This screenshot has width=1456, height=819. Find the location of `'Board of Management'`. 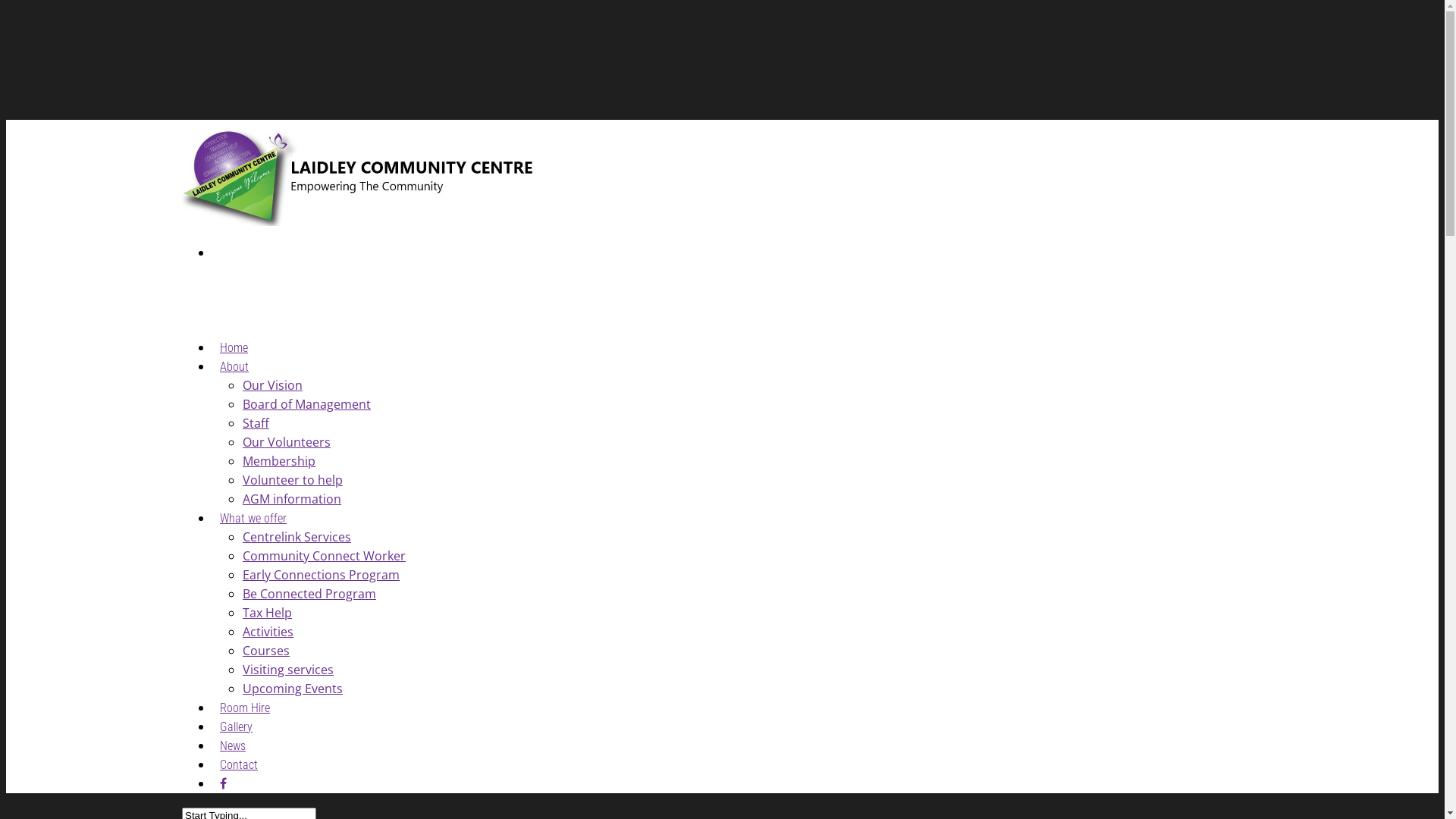

'Board of Management' is located at coordinates (306, 403).